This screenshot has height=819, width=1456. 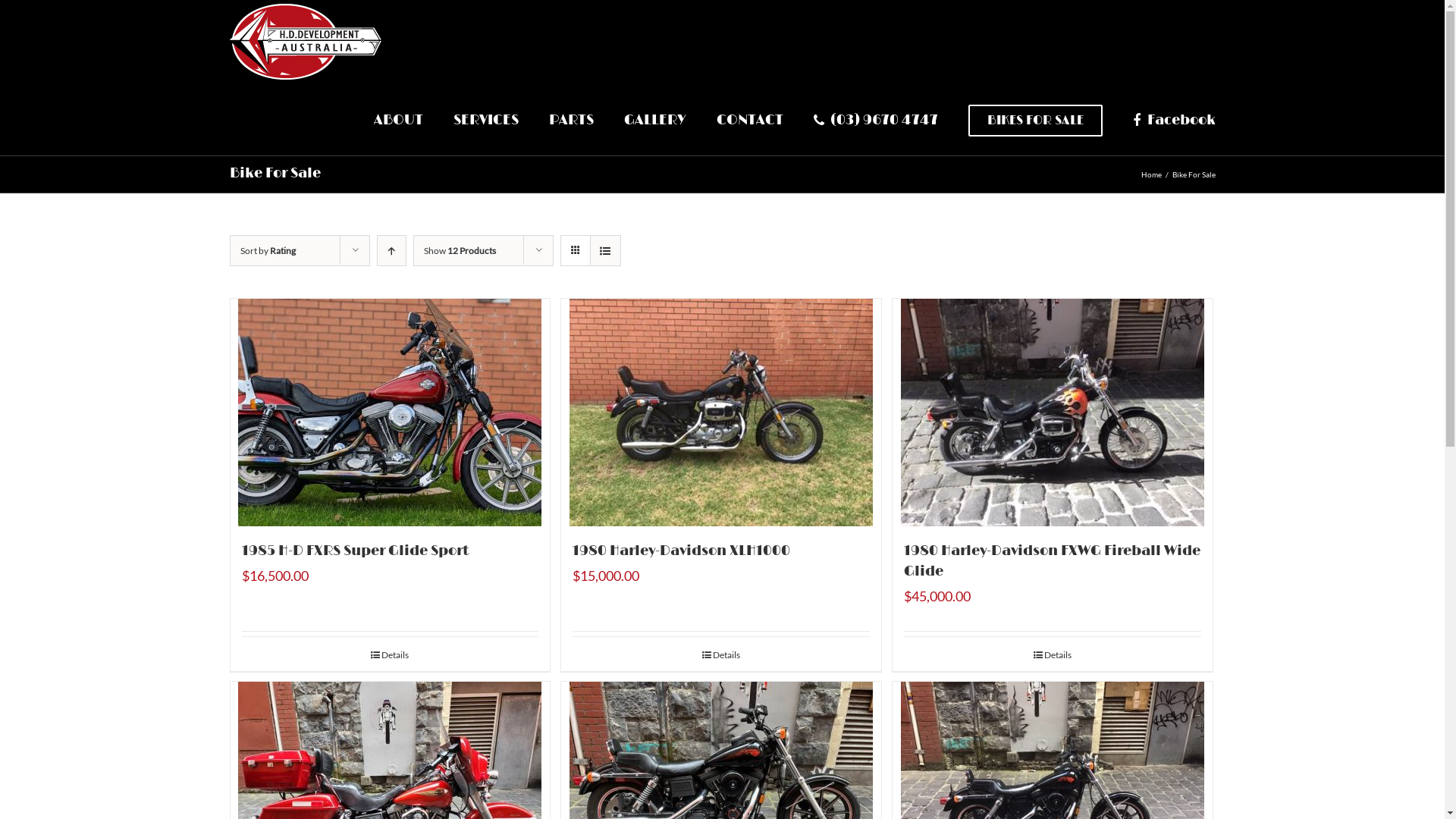 What do you see at coordinates (1172, 118) in the screenshot?
I see `'Facebook'` at bounding box center [1172, 118].